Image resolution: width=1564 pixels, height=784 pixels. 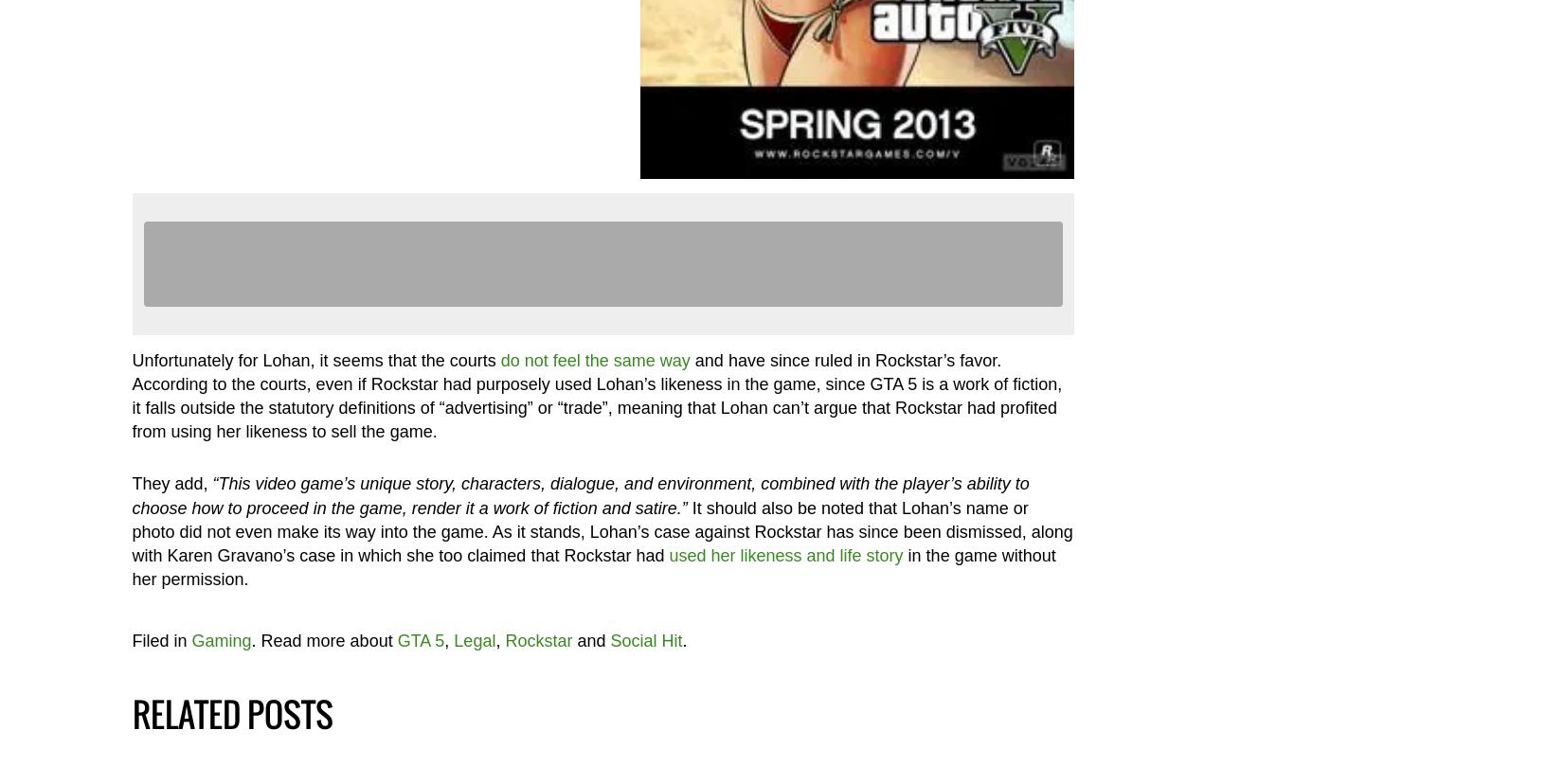 What do you see at coordinates (221, 639) in the screenshot?
I see `'Gaming'` at bounding box center [221, 639].